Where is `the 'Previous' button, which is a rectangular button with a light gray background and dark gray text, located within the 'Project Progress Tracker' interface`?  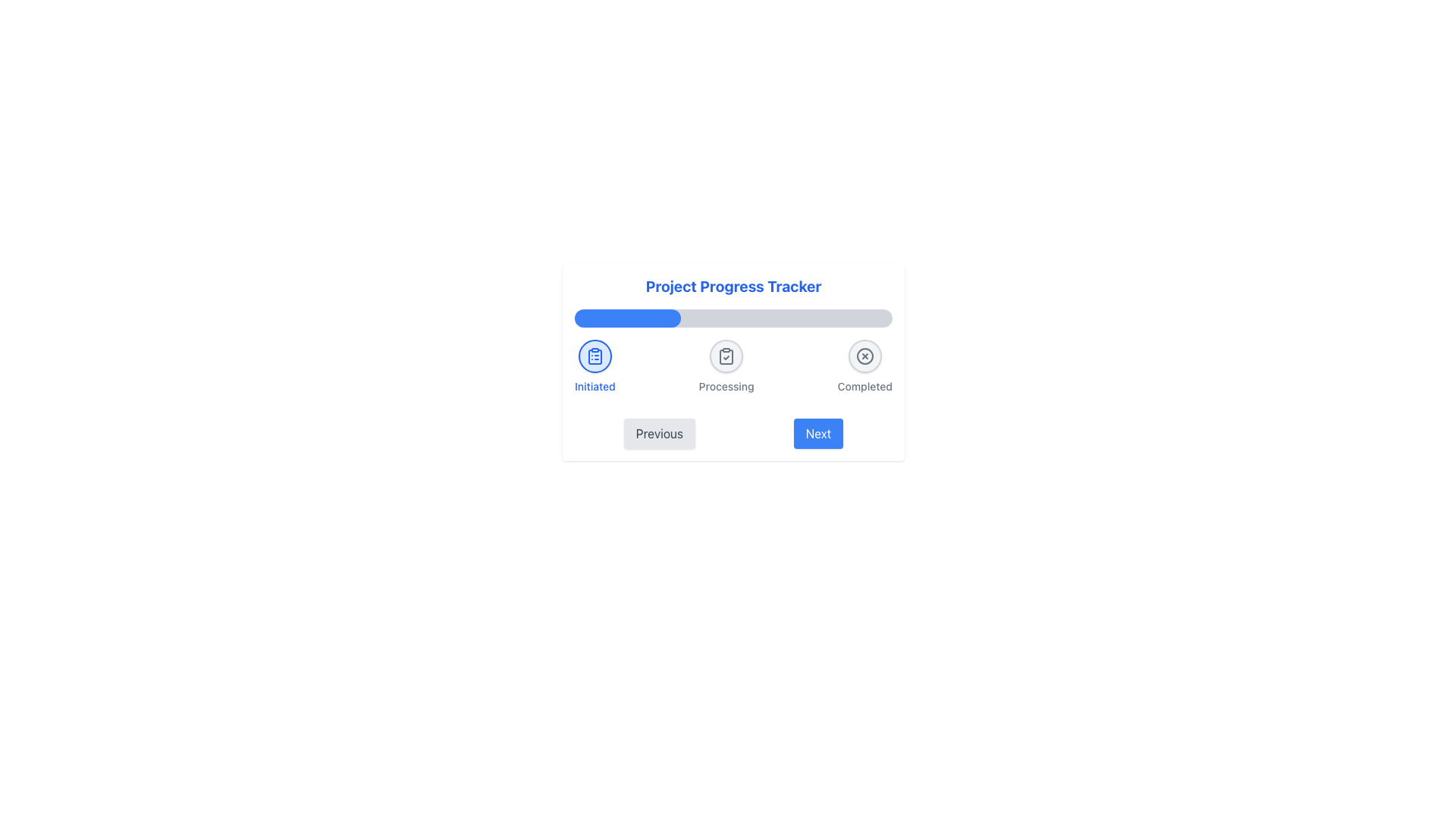
the 'Previous' button, which is a rectangular button with a light gray background and dark gray text, located within the 'Project Progress Tracker' interface is located at coordinates (659, 433).